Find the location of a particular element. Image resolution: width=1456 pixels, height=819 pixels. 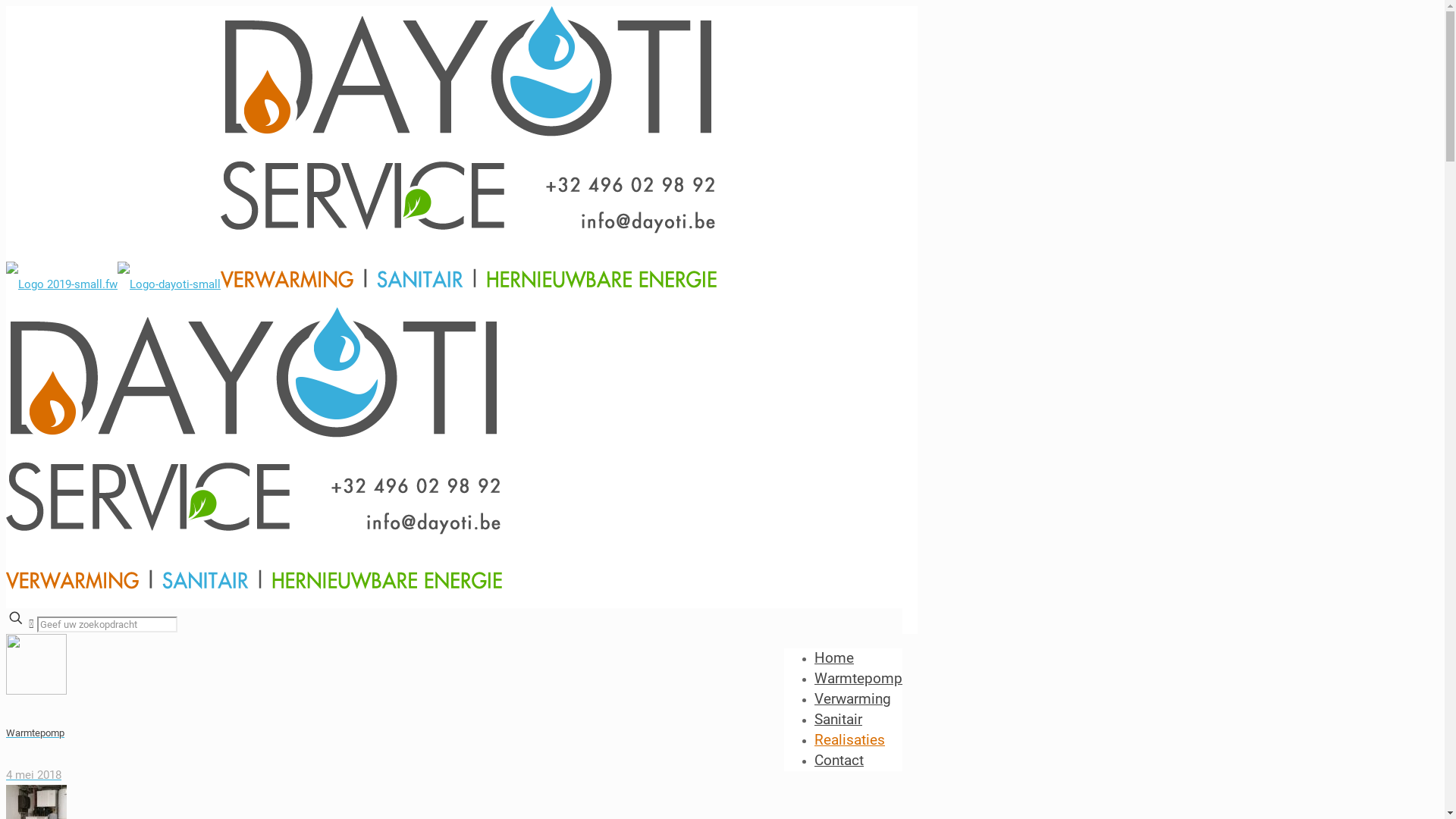

'Sanitair' is located at coordinates (837, 718).